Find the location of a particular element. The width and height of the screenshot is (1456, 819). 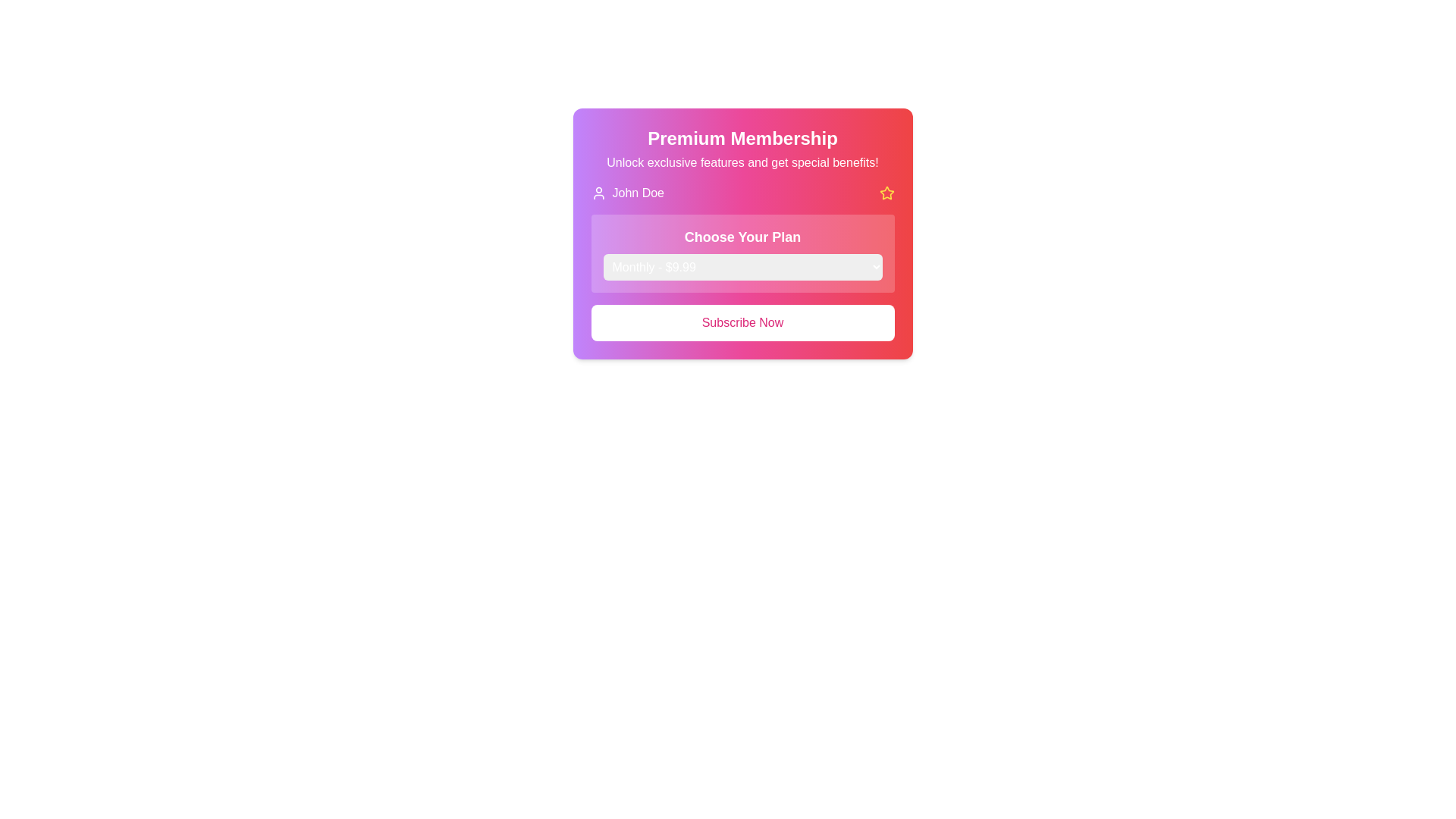

the 'Premium Membership' text block element which has a bold title and a subtitle, located above the user's name and other interactive components is located at coordinates (742, 149).